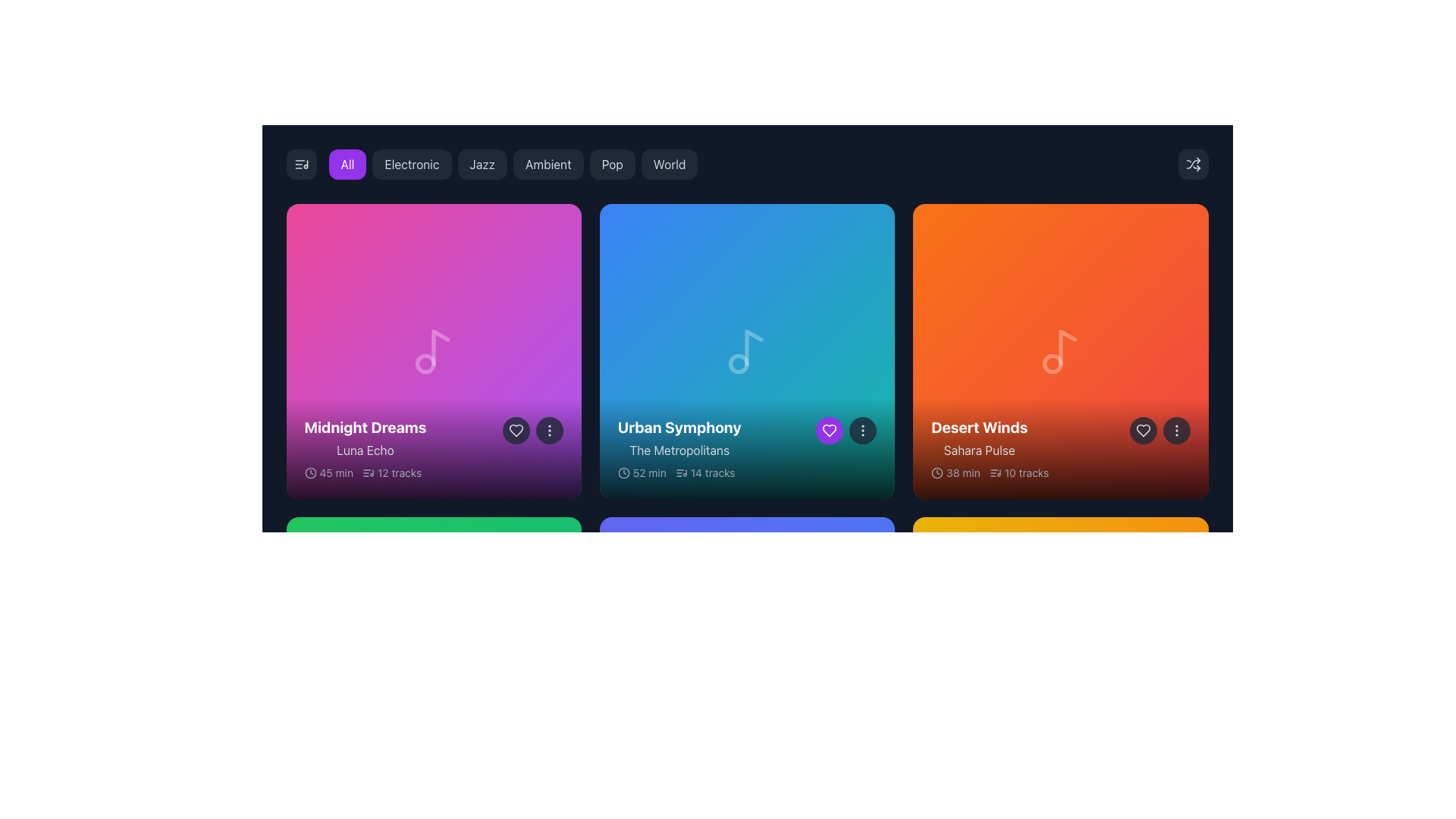 The height and width of the screenshot is (819, 1456). I want to click on the text label displaying 'Desert Winds' in bold, white font on an orange background, located at the bottom right of the card, positioned above 'Sahara Pulse', so click(979, 428).